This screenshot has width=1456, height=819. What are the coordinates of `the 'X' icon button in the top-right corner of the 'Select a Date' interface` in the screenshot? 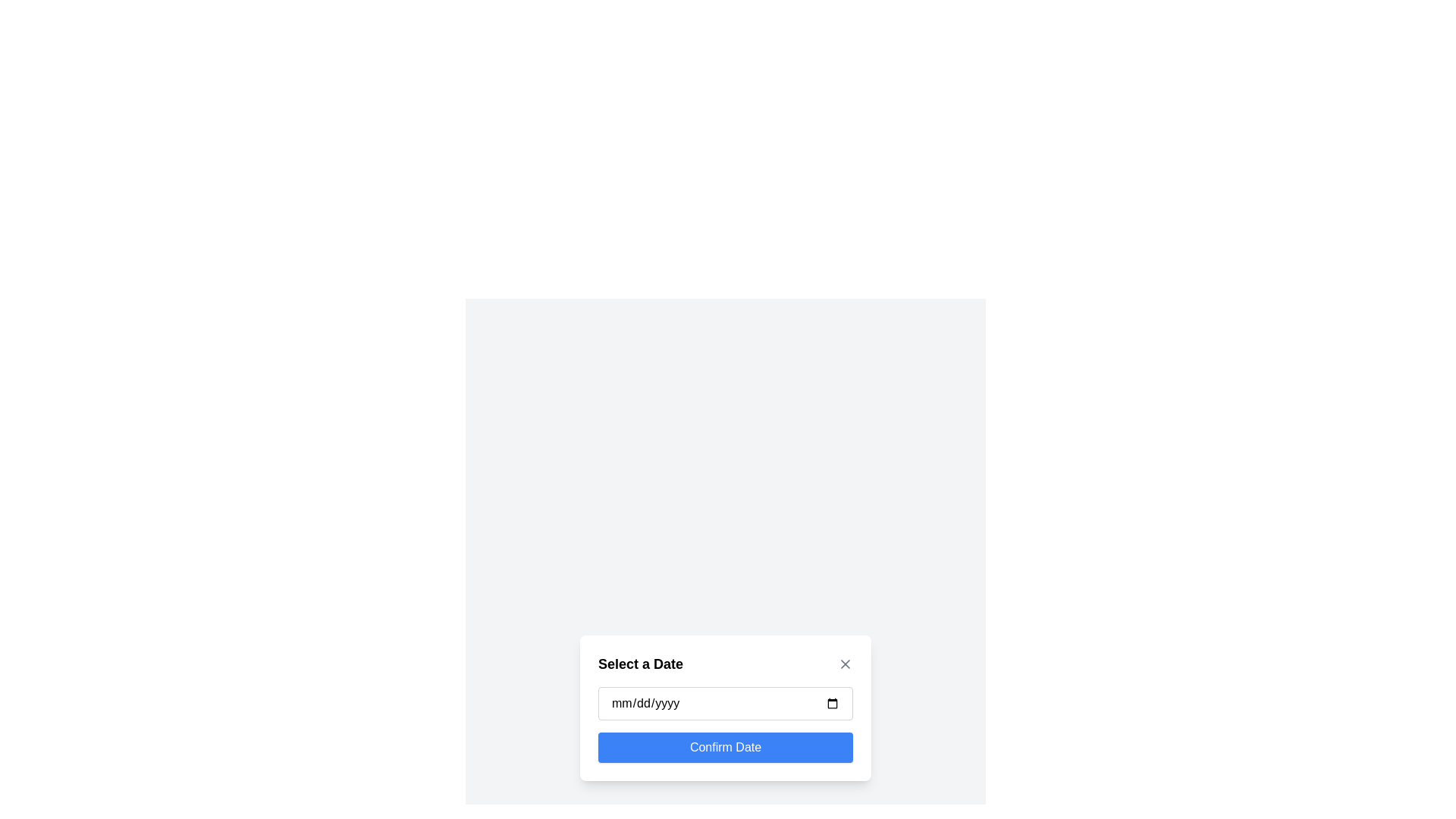 It's located at (844, 663).